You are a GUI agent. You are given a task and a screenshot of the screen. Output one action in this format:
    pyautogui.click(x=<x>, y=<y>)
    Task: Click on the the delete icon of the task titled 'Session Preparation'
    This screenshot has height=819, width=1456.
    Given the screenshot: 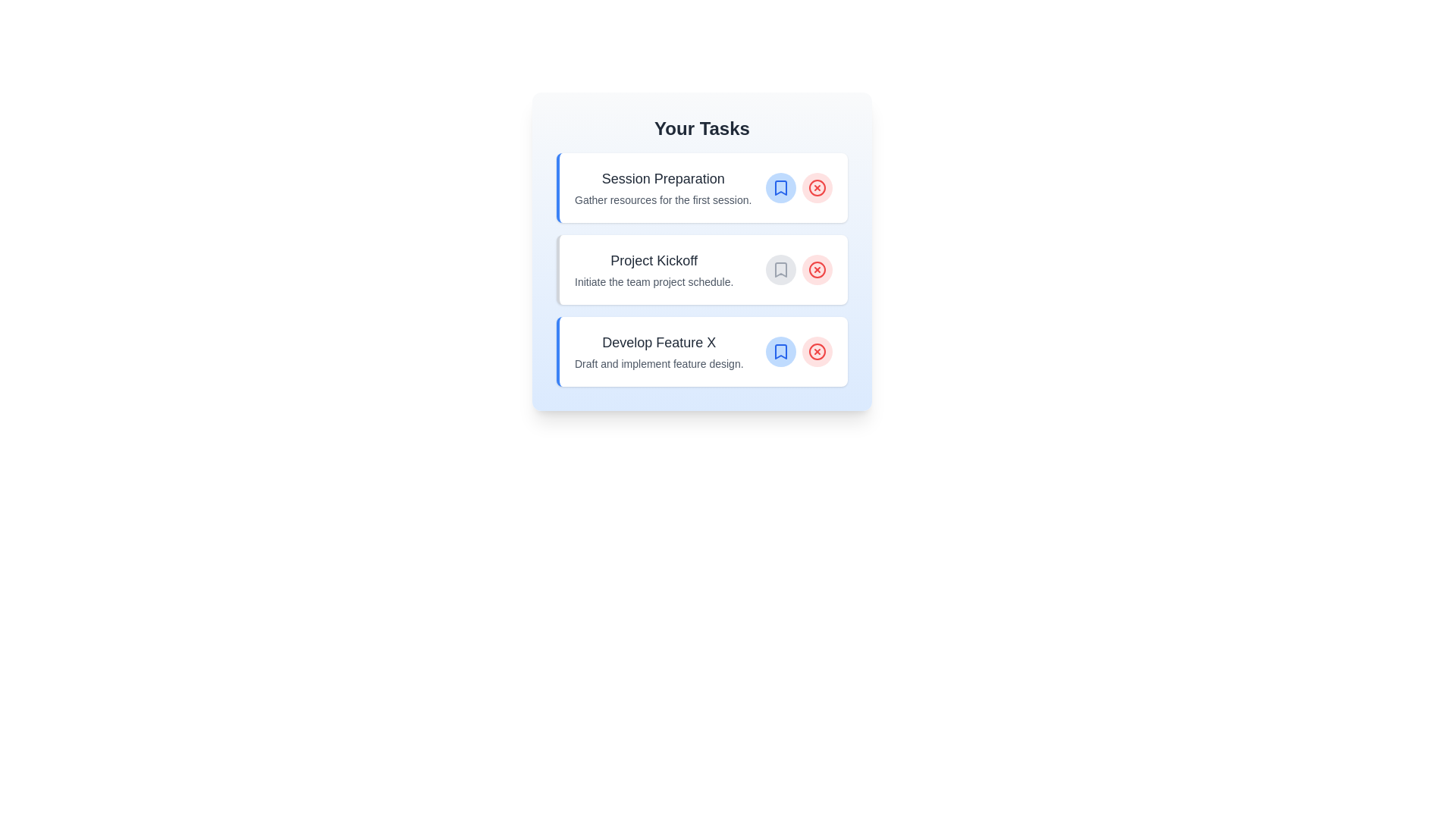 What is the action you would take?
    pyautogui.click(x=817, y=187)
    